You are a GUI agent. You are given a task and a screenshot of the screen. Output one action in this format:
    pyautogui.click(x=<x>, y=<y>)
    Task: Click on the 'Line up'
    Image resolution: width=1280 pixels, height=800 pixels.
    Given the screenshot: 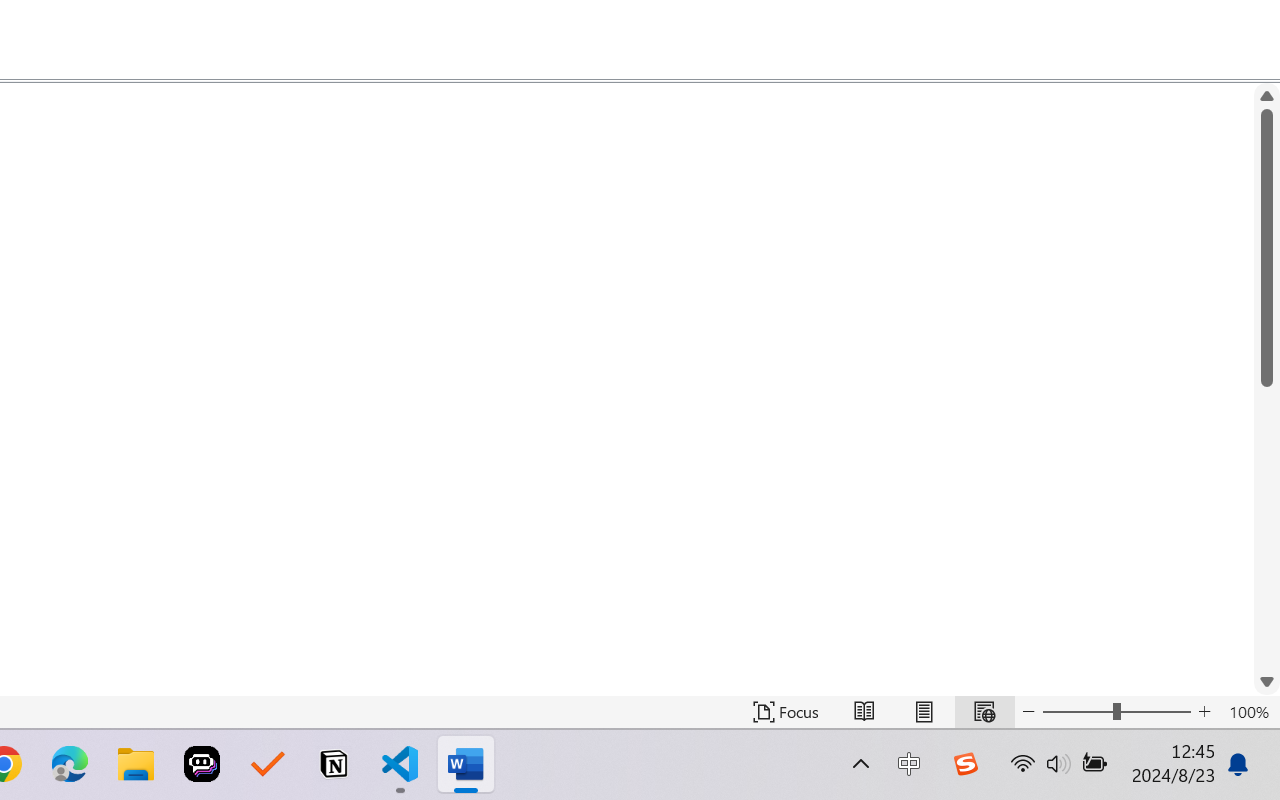 What is the action you would take?
    pyautogui.click(x=1266, y=96)
    